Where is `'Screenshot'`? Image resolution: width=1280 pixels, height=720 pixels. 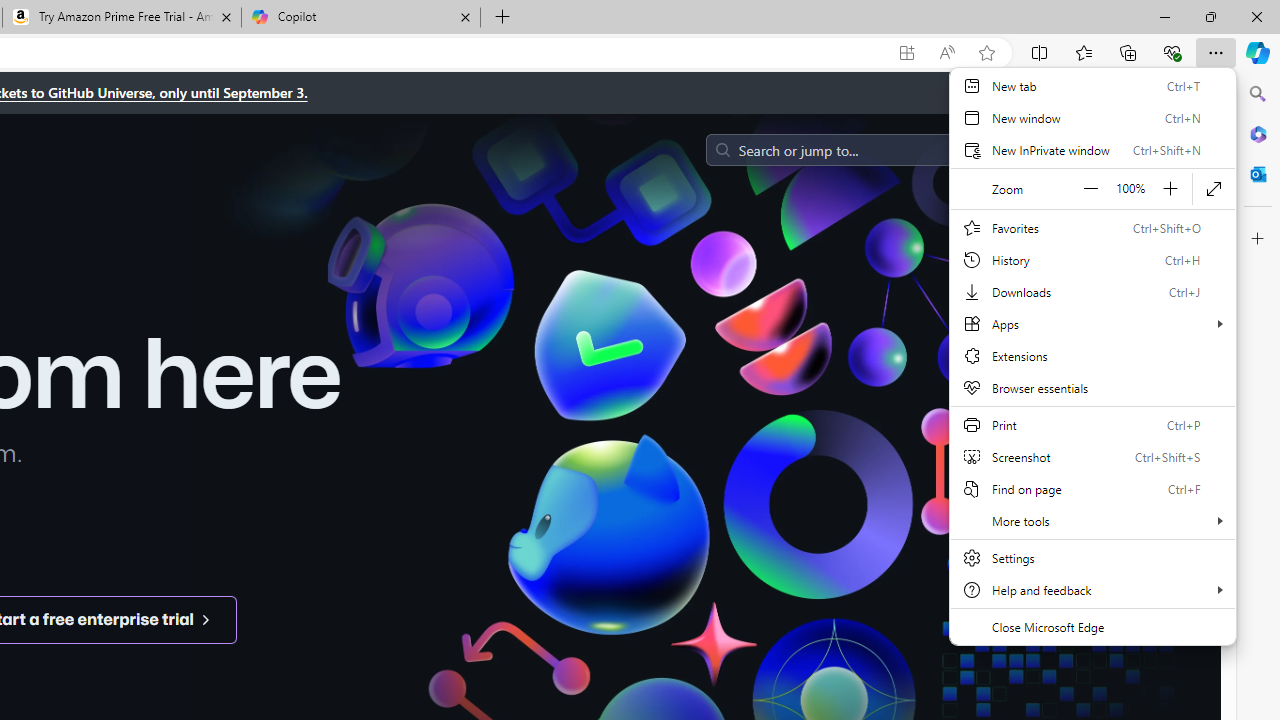 'Screenshot' is located at coordinates (1092, 456).